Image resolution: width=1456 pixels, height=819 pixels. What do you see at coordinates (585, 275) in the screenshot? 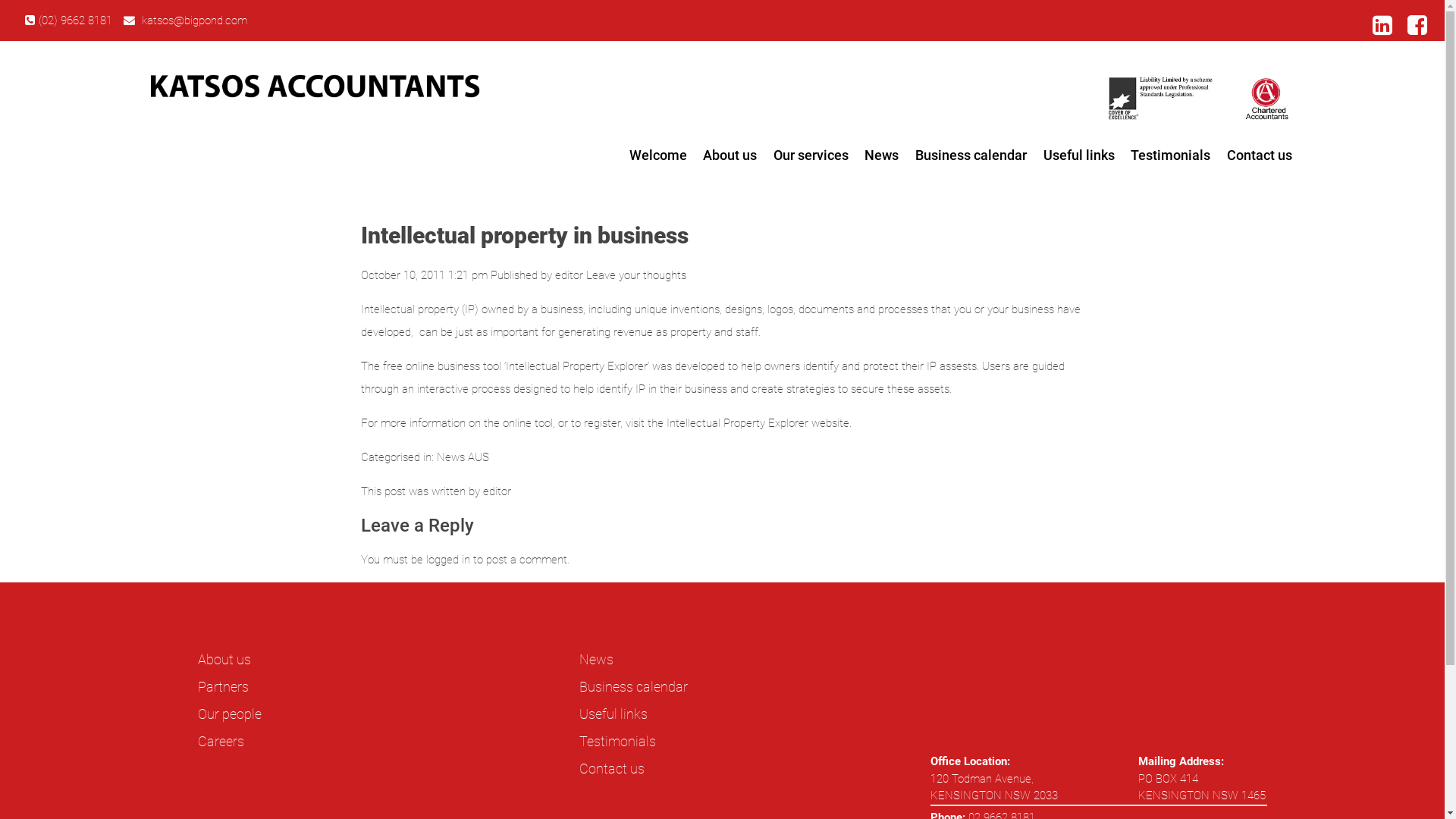
I see `'Leave your thoughts'` at bounding box center [585, 275].